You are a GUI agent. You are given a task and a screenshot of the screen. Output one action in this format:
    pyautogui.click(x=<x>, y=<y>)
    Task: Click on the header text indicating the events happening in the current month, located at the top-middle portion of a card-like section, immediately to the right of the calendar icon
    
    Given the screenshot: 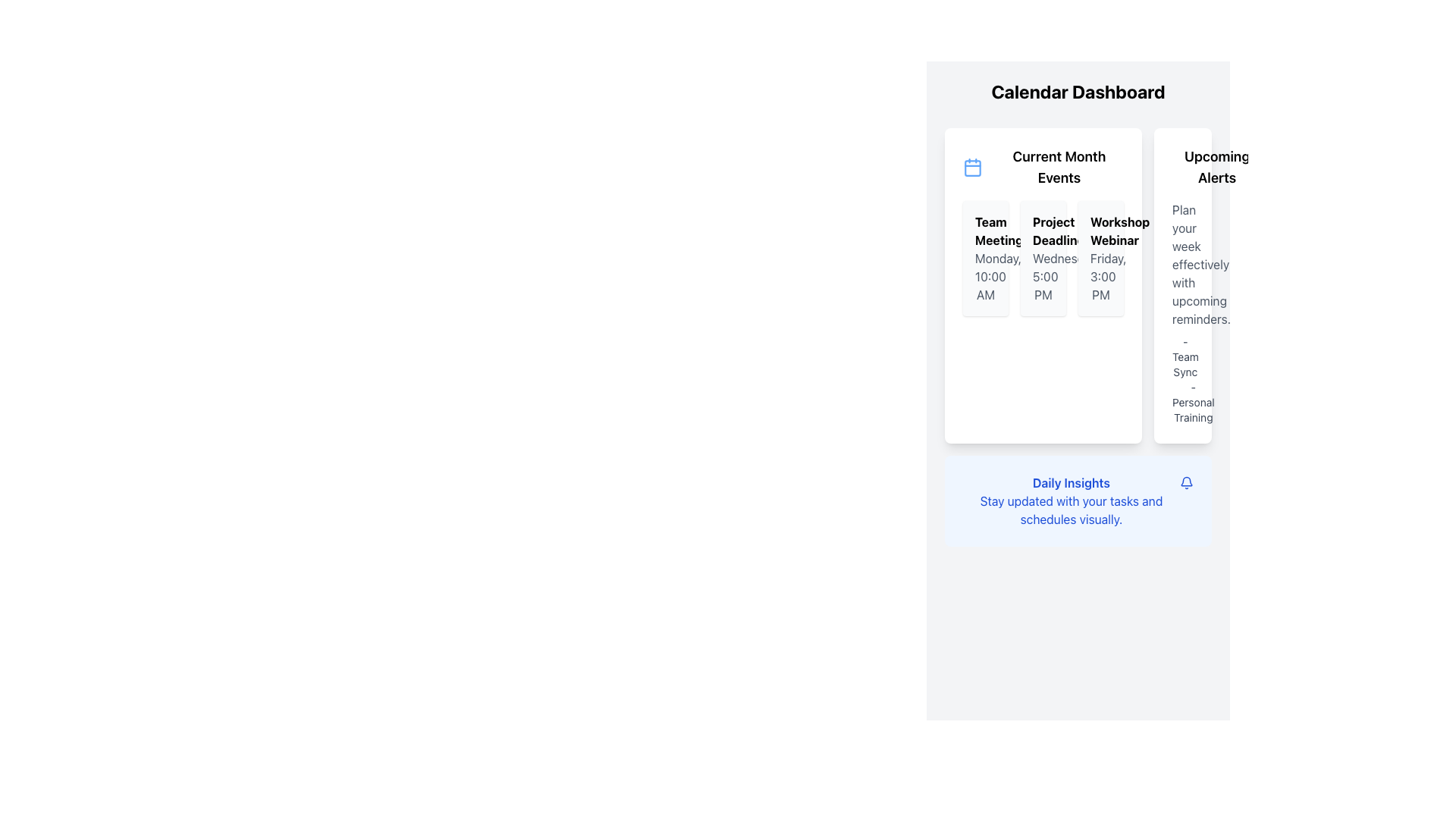 What is the action you would take?
    pyautogui.click(x=1058, y=167)
    